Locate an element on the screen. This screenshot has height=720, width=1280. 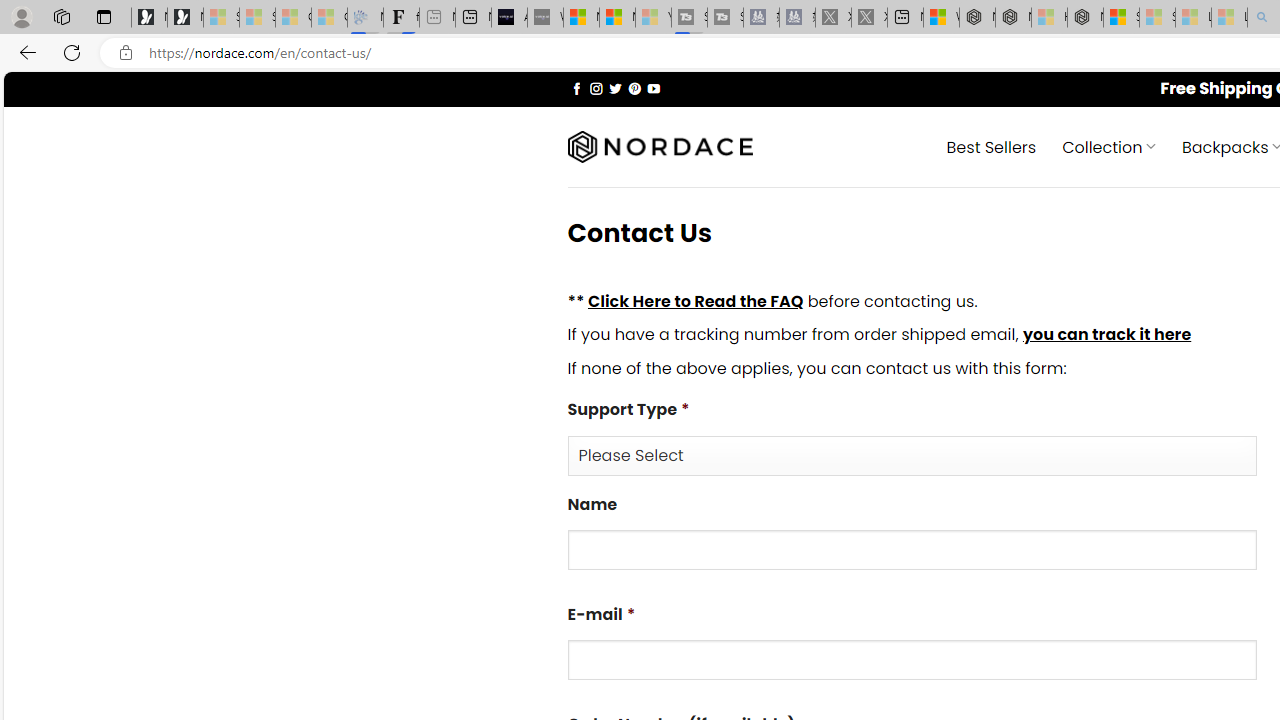
'Name' is located at coordinates (911, 550).